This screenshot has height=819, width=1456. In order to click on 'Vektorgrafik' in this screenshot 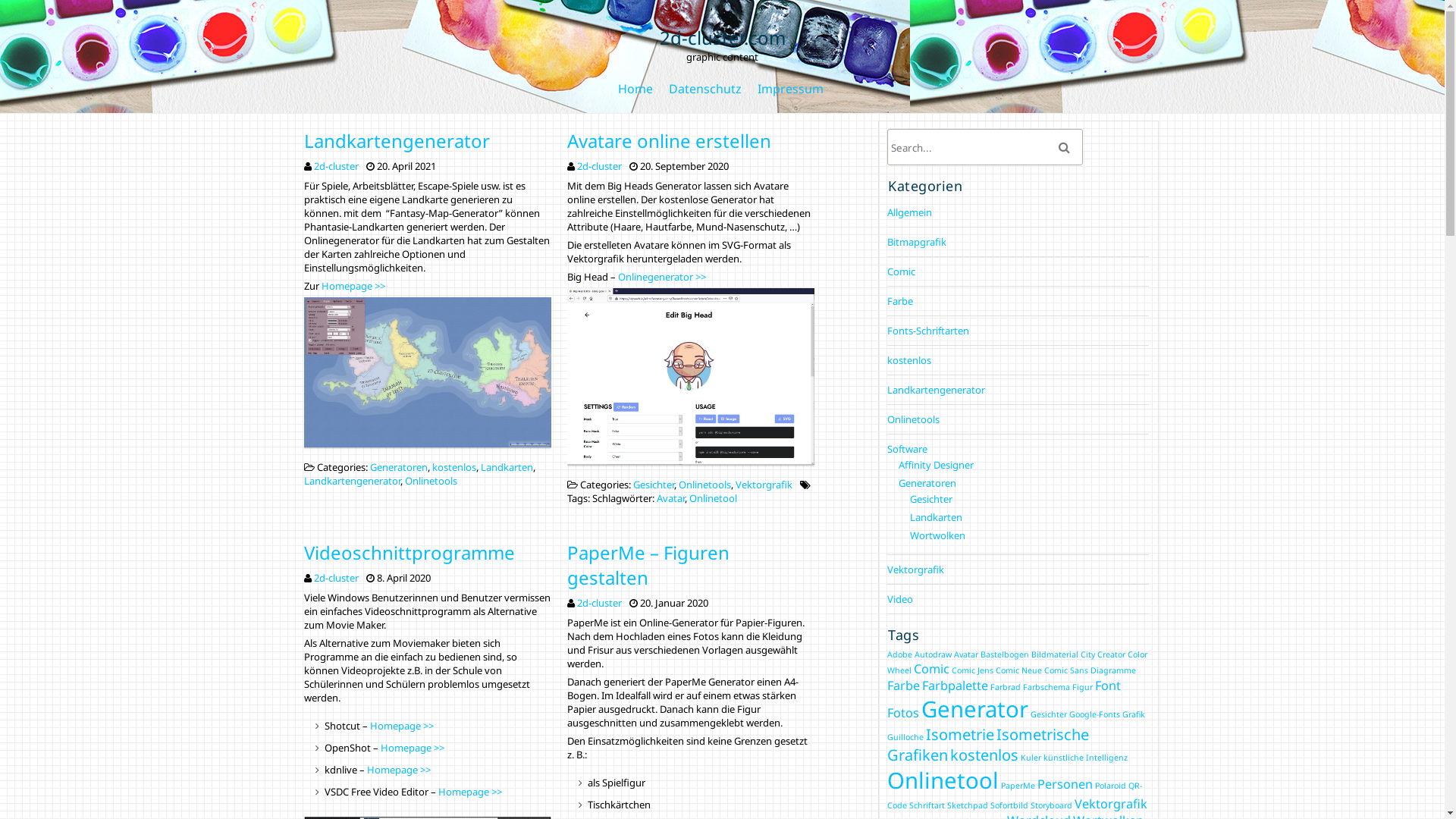, I will do `click(915, 570)`.